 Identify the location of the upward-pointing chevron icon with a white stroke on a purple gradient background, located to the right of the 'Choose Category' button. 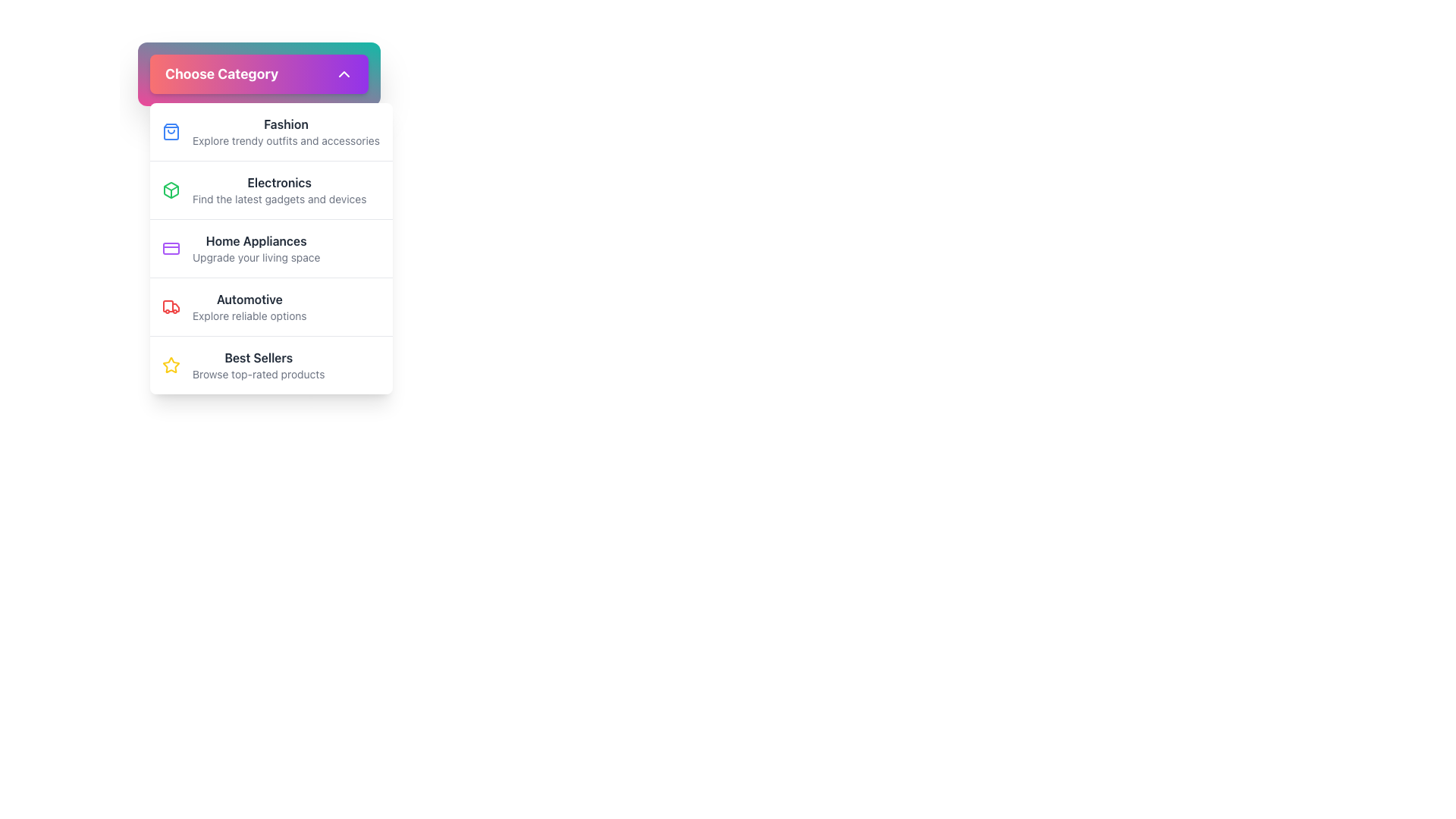
(344, 74).